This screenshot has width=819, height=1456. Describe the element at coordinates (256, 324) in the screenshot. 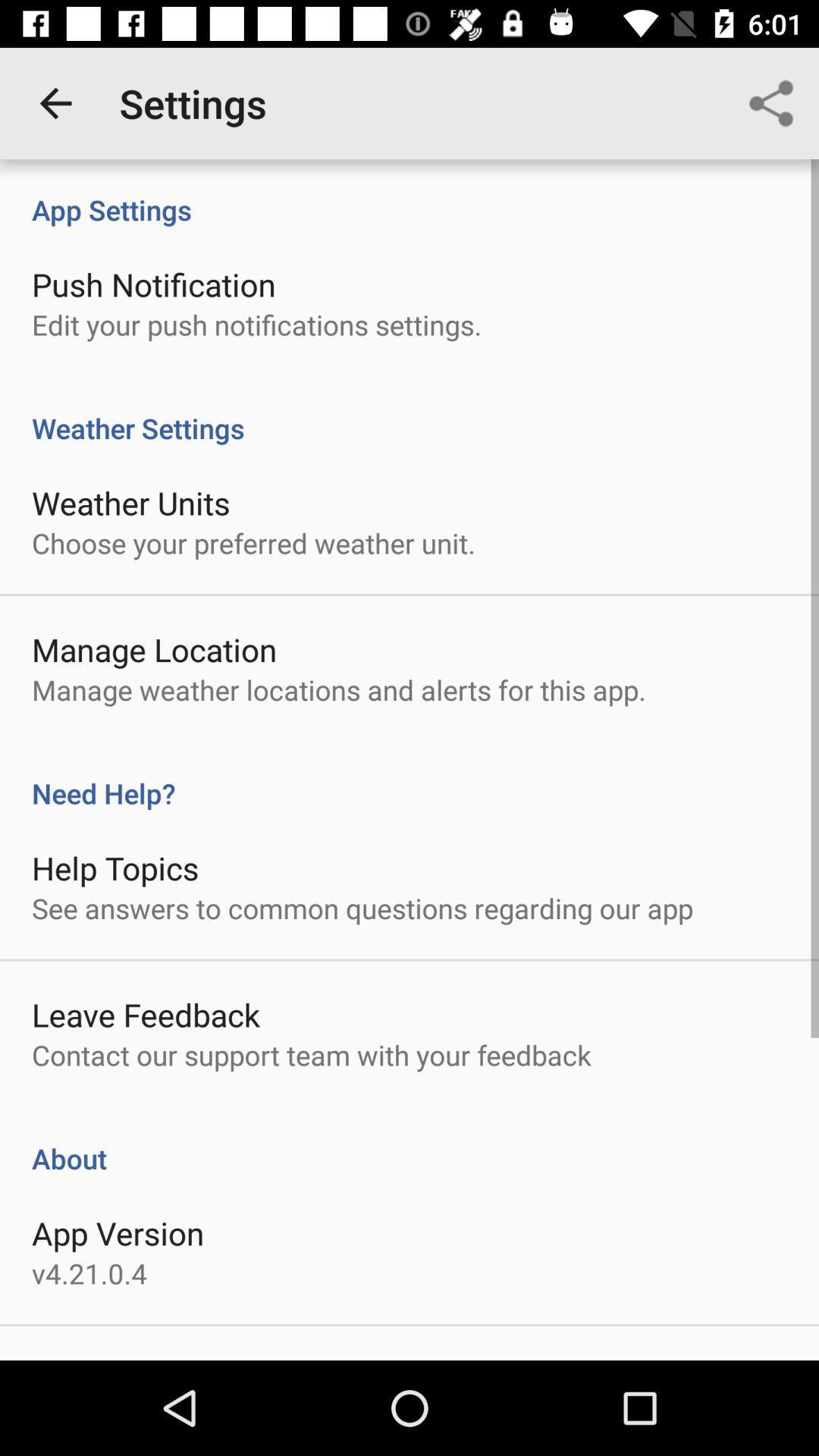

I see `edit your push item` at that location.